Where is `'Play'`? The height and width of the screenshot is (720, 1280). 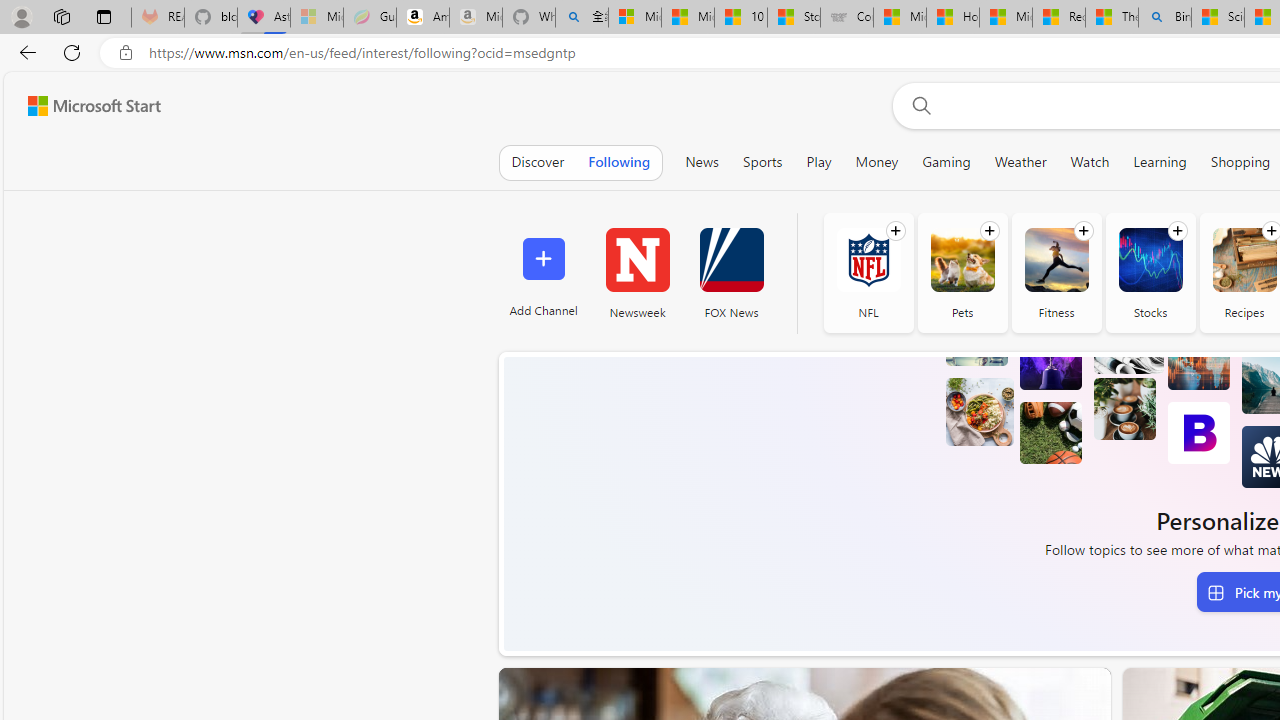 'Play' is located at coordinates (818, 161).